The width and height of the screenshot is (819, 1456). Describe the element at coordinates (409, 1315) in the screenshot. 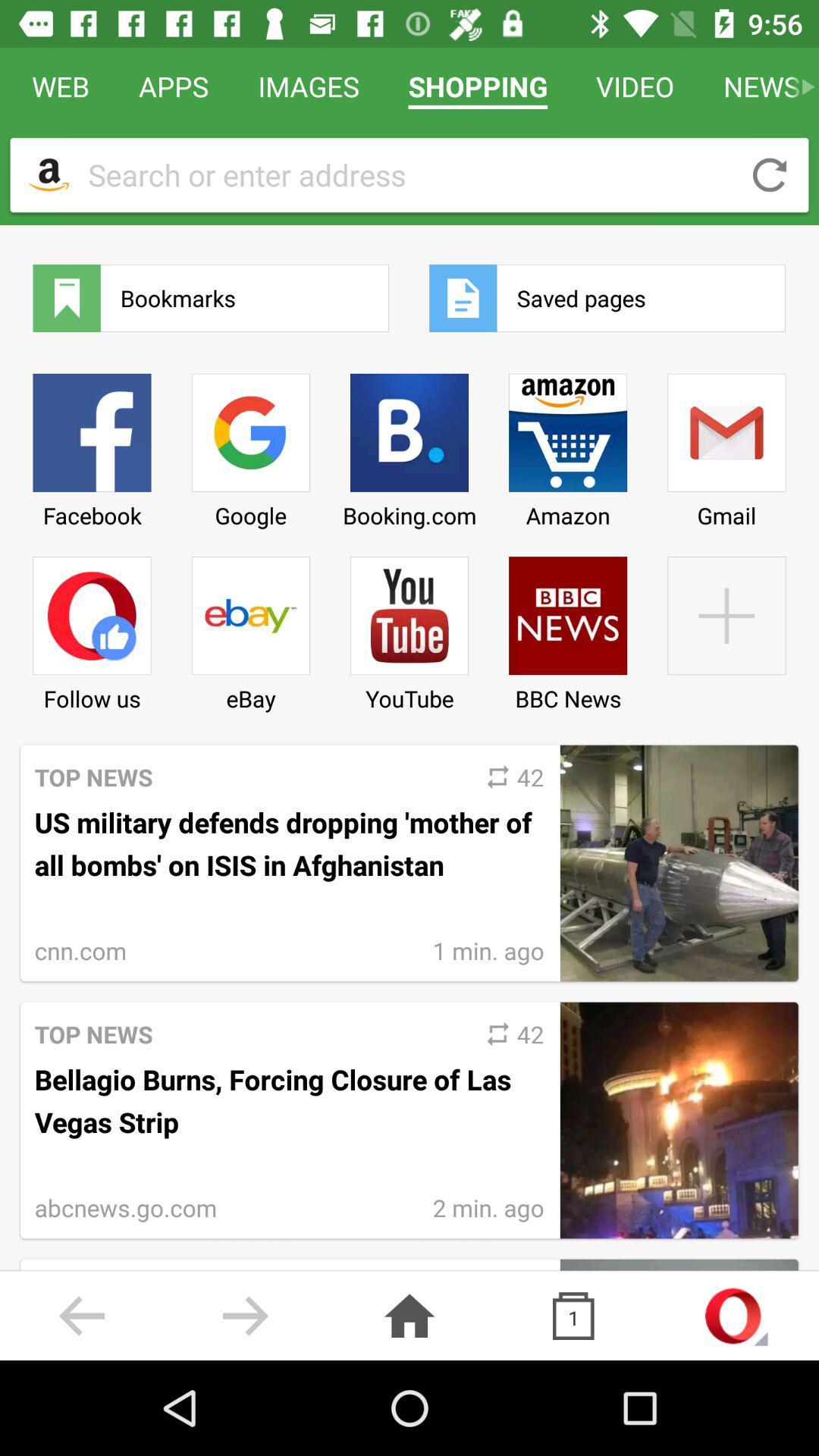

I see `the home icon` at that location.